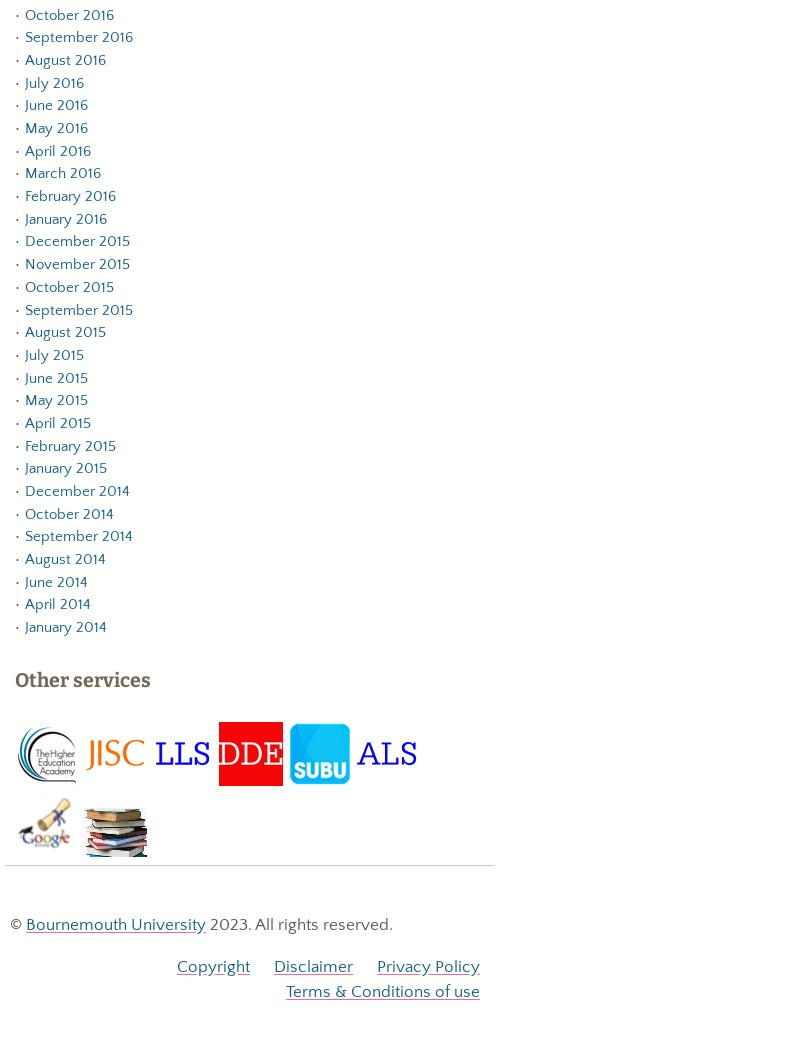 Image resolution: width=805 pixels, height=1045 pixels. Describe the element at coordinates (76, 490) in the screenshot. I see `'December 2014'` at that location.